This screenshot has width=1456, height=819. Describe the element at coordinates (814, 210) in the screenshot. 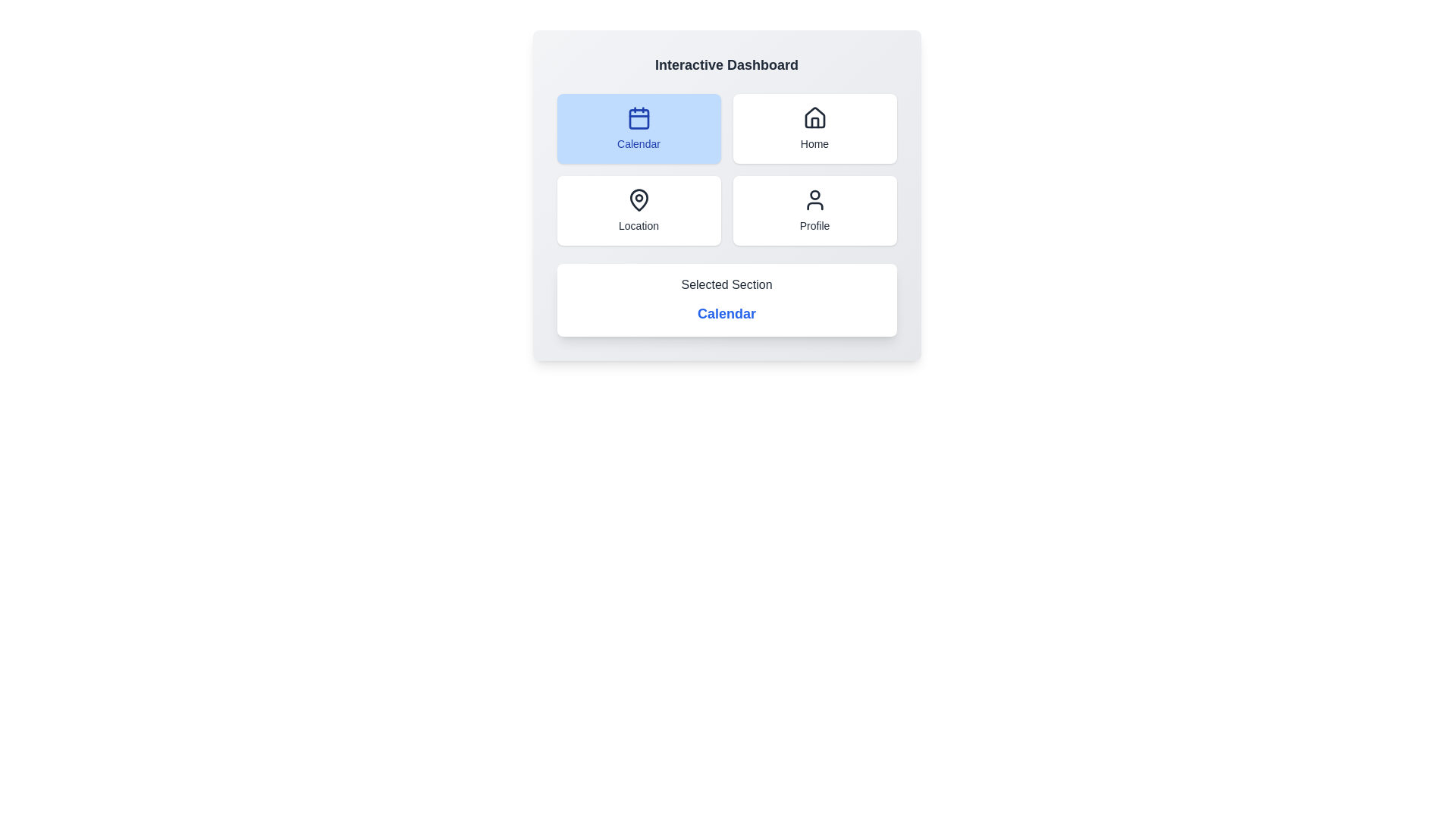

I see `the section Profile by clicking its corresponding button` at that location.